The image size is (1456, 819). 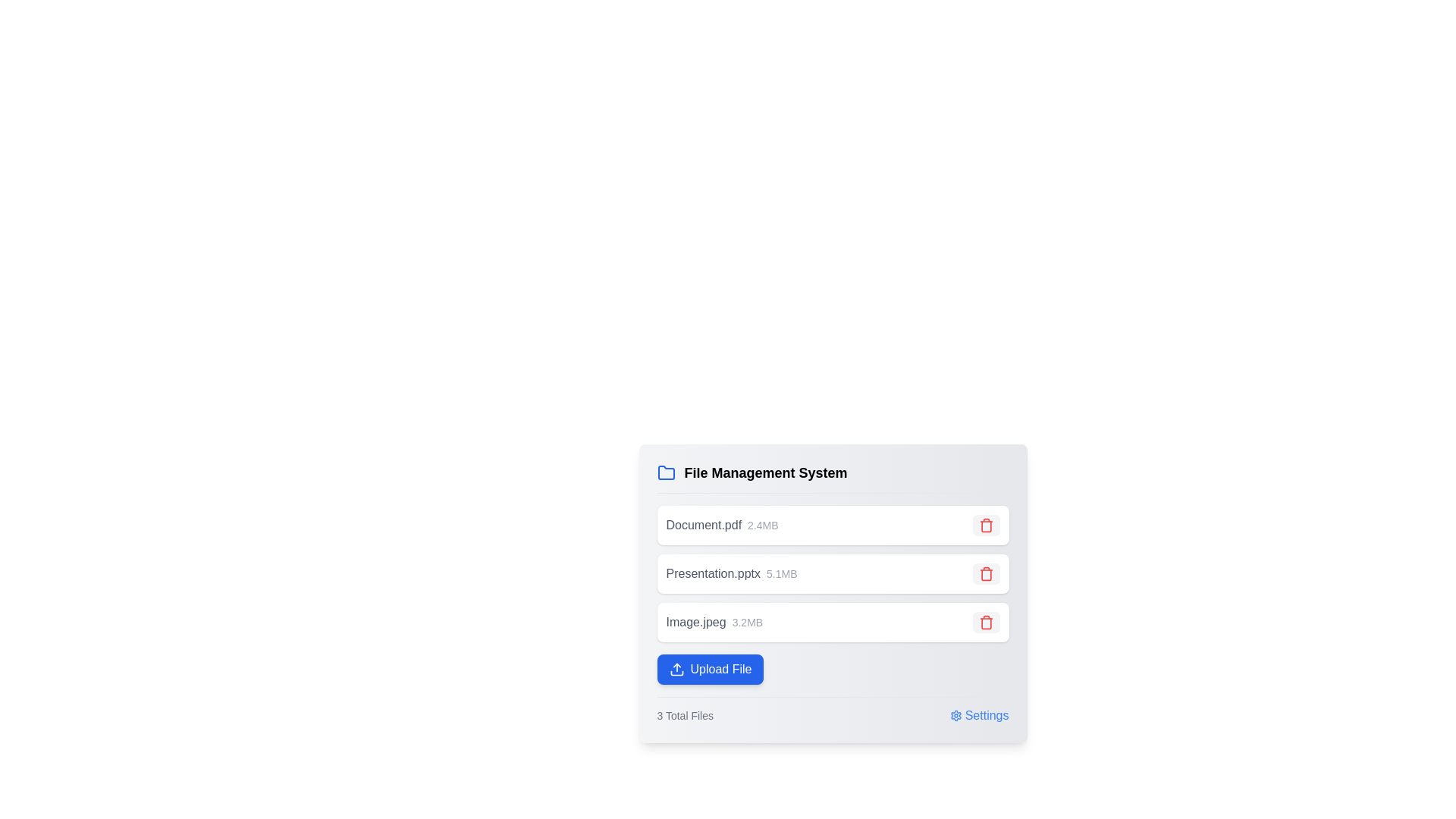 I want to click on the gear icon representing the settings functionality, located to the left of the 'Settings' label, so click(x=955, y=716).